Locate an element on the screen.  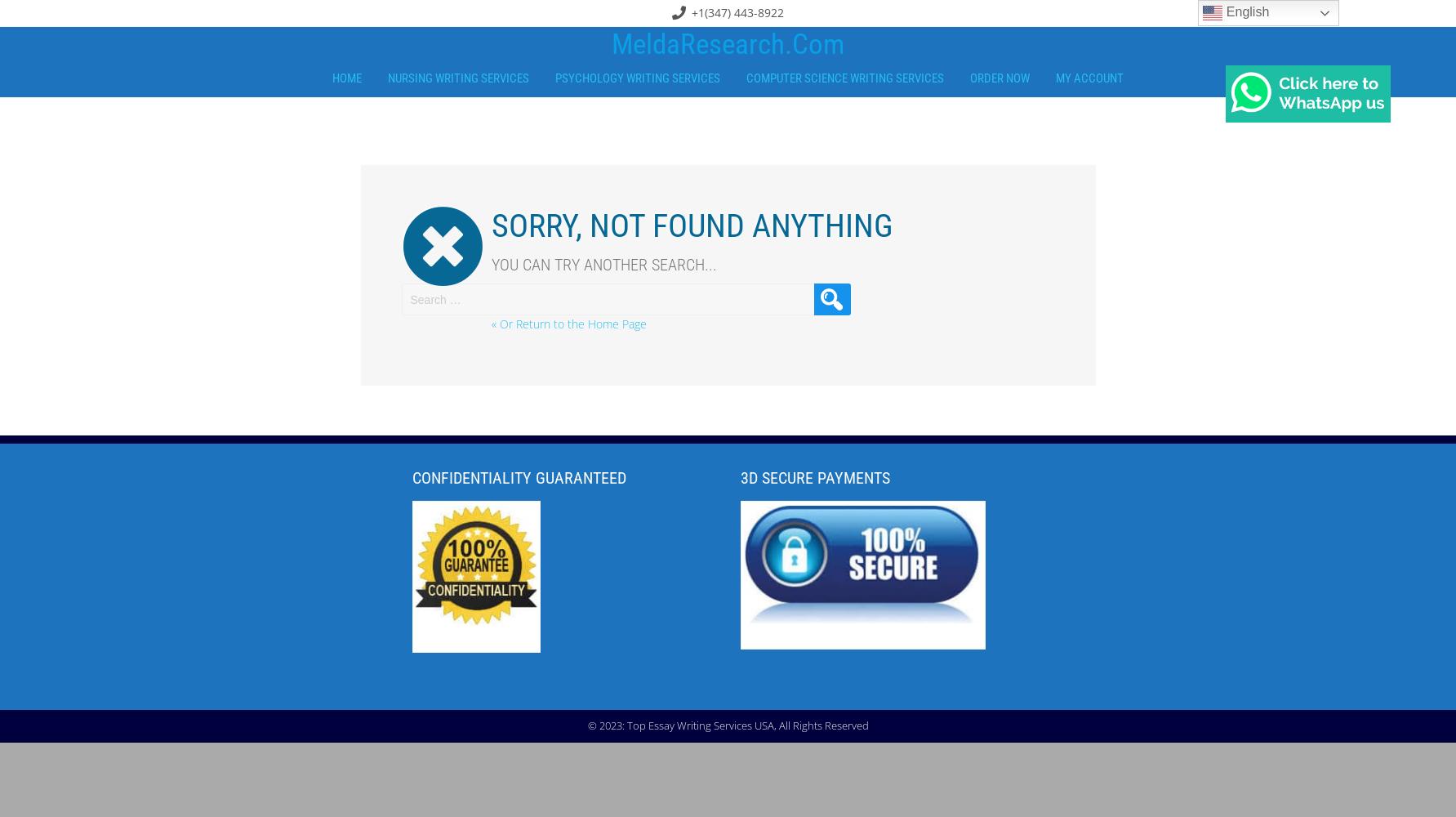
'© 2023: Top Essay Writing Services USA, All Rights Reserved' is located at coordinates (586, 725).